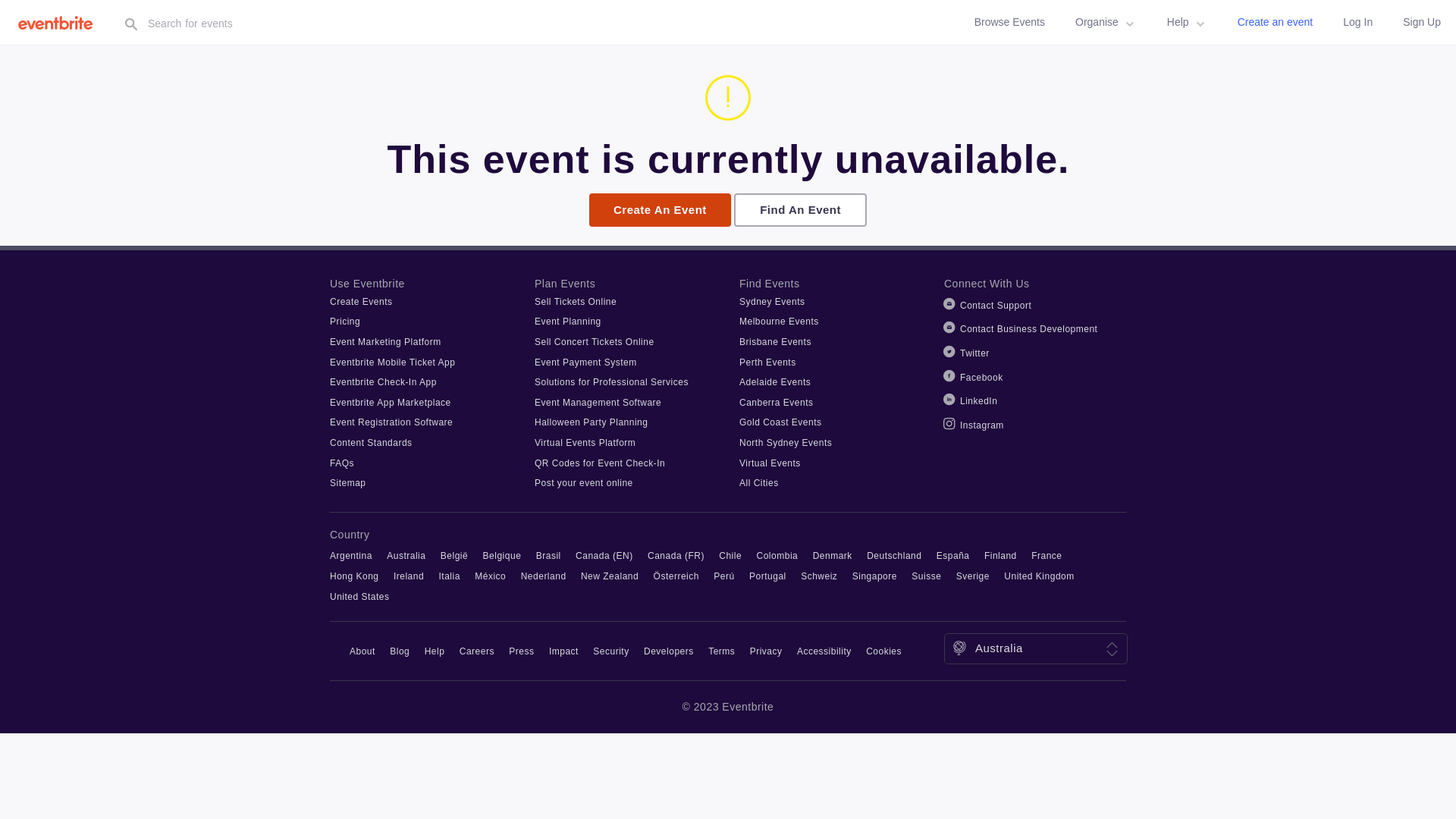  Describe the element at coordinates (610, 651) in the screenshot. I see `'Security'` at that location.